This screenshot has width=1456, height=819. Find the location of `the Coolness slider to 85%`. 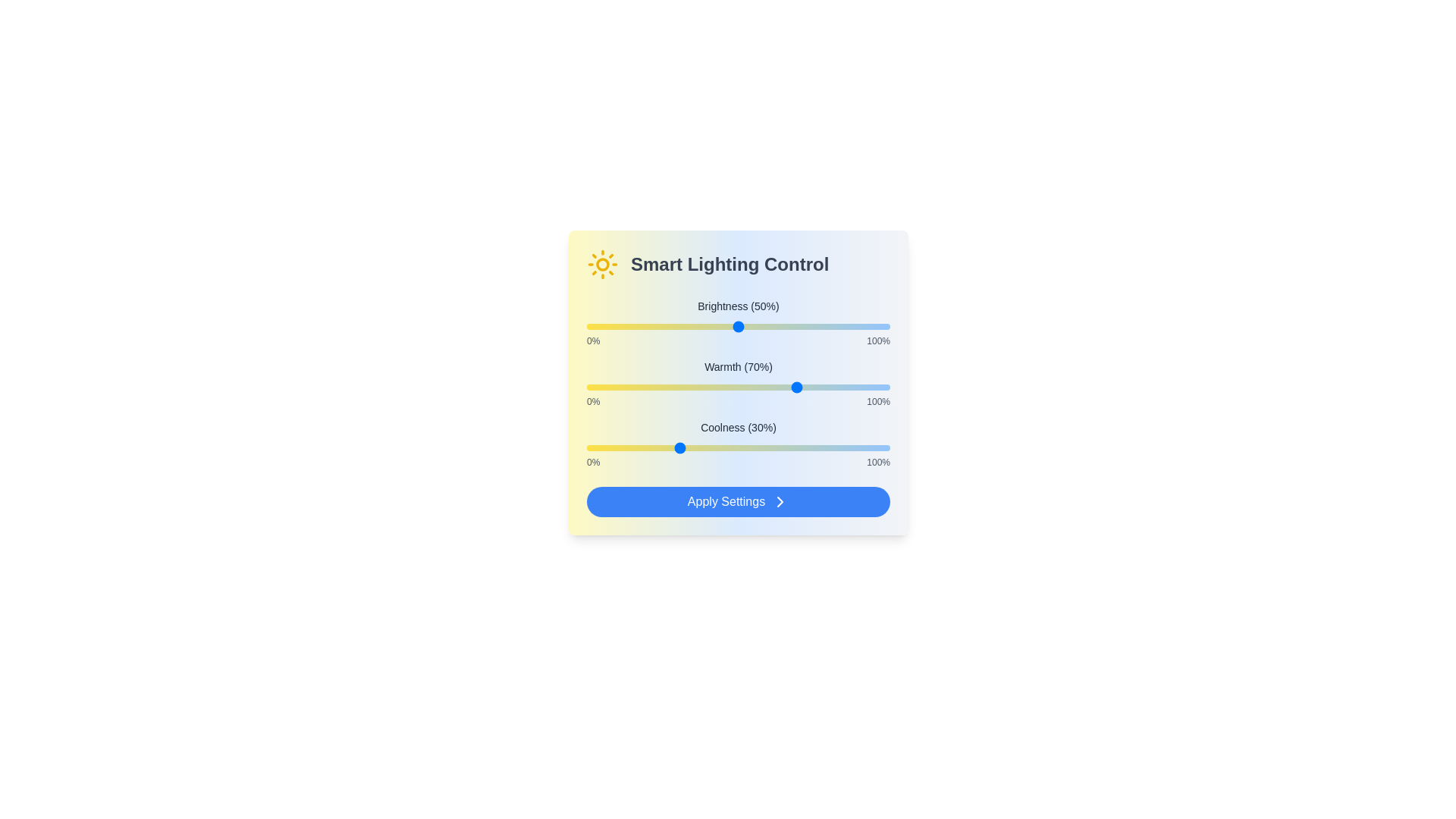

the Coolness slider to 85% is located at coordinates (843, 447).